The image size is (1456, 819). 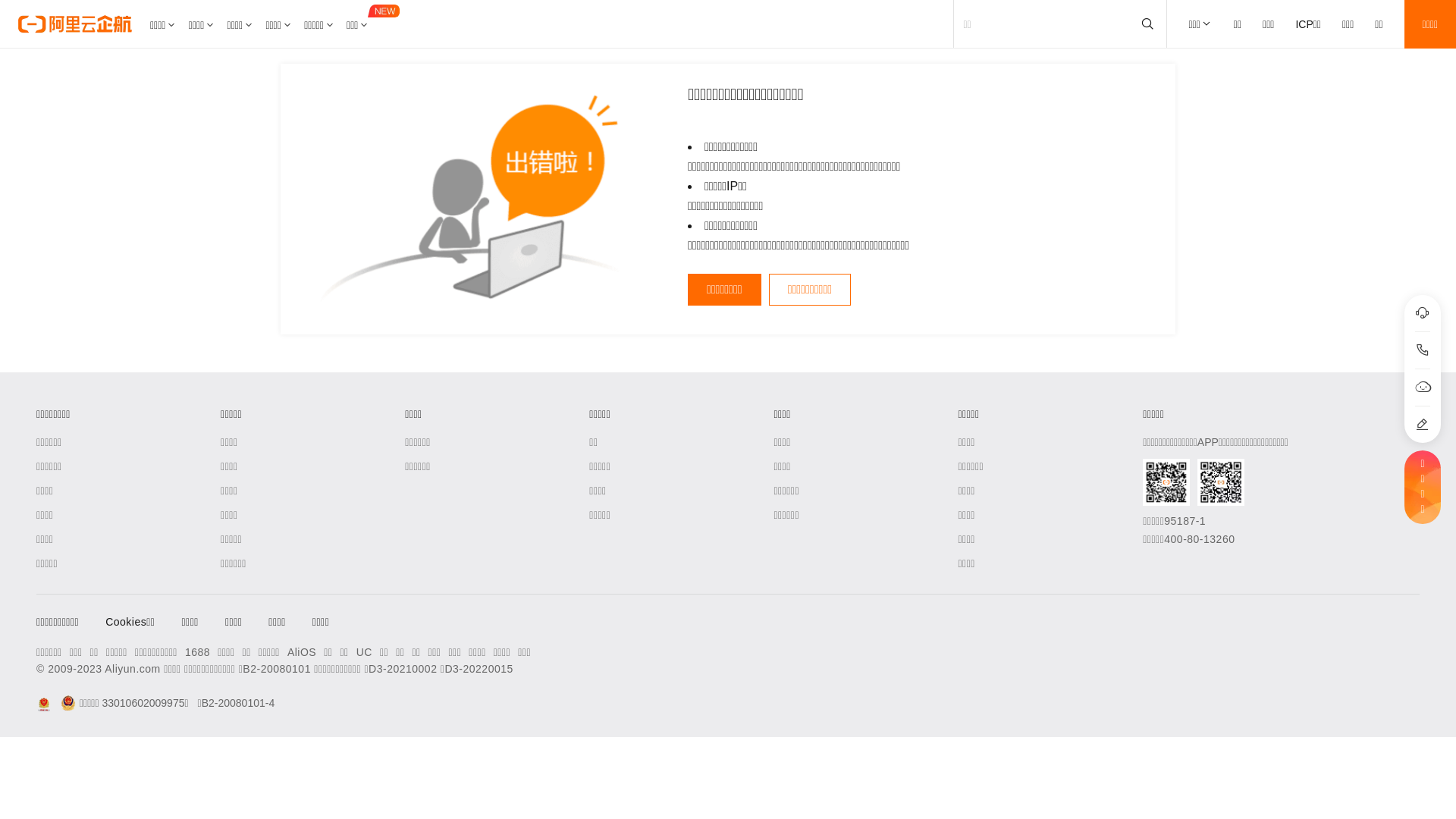 What do you see at coordinates (302, 651) in the screenshot?
I see `'AliOS'` at bounding box center [302, 651].